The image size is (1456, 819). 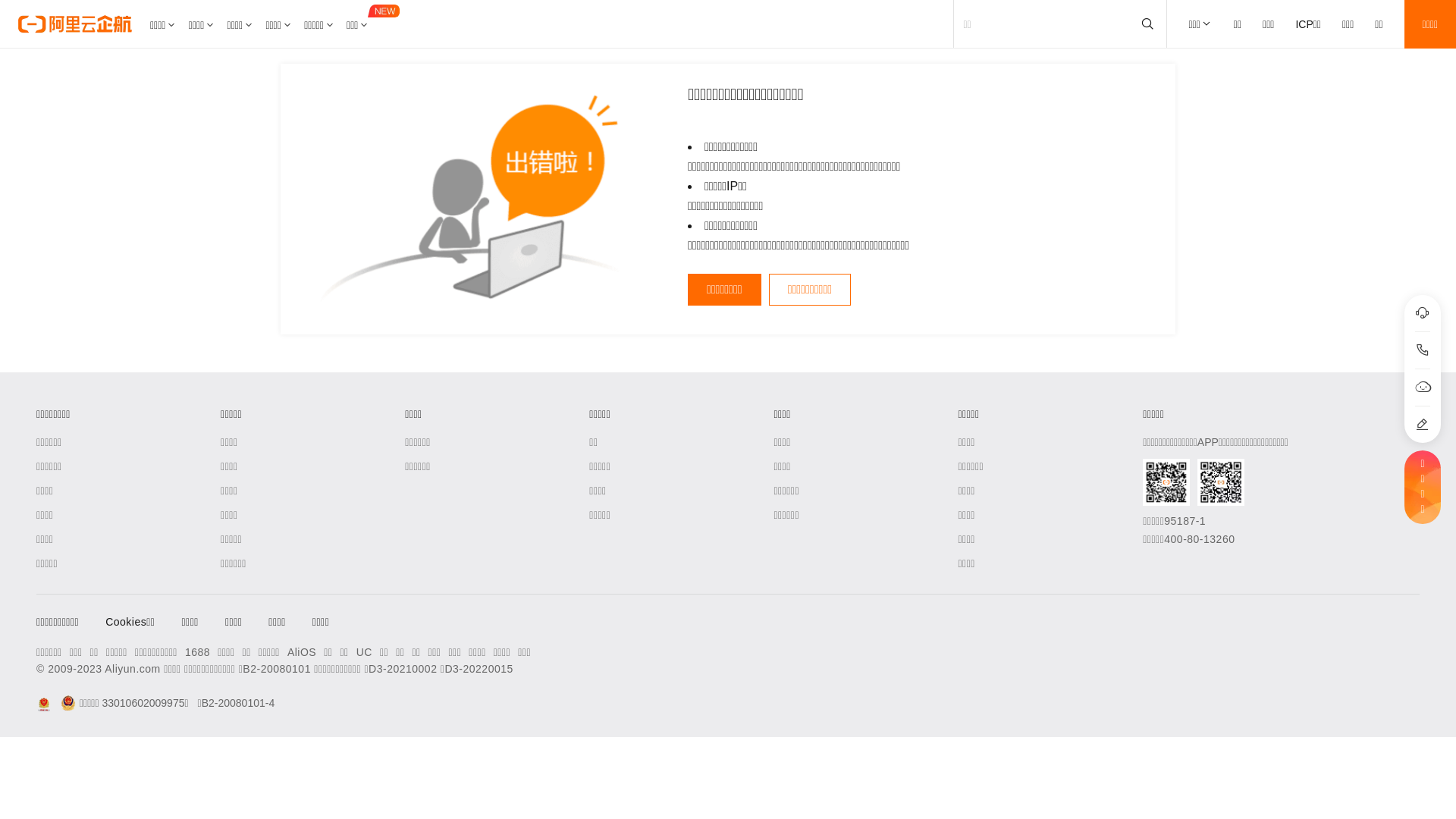 What do you see at coordinates (302, 651) in the screenshot?
I see `'AliOS'` at bounding box center [302, 651].